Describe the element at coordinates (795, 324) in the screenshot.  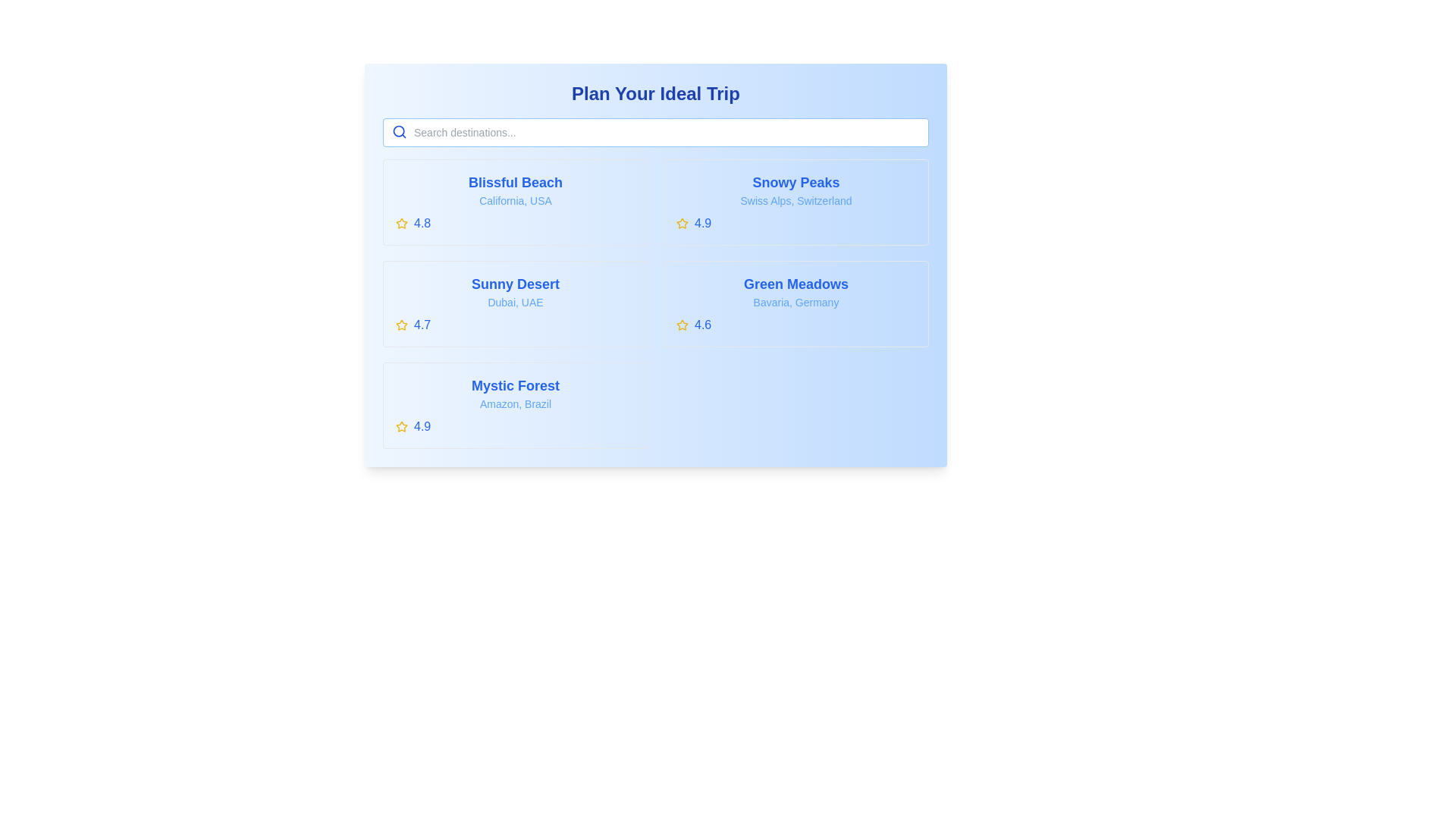
I see `the Rating display component located at the bottom of the 'Green Meadows' card, which shows a star and a numerical rating` at that location.